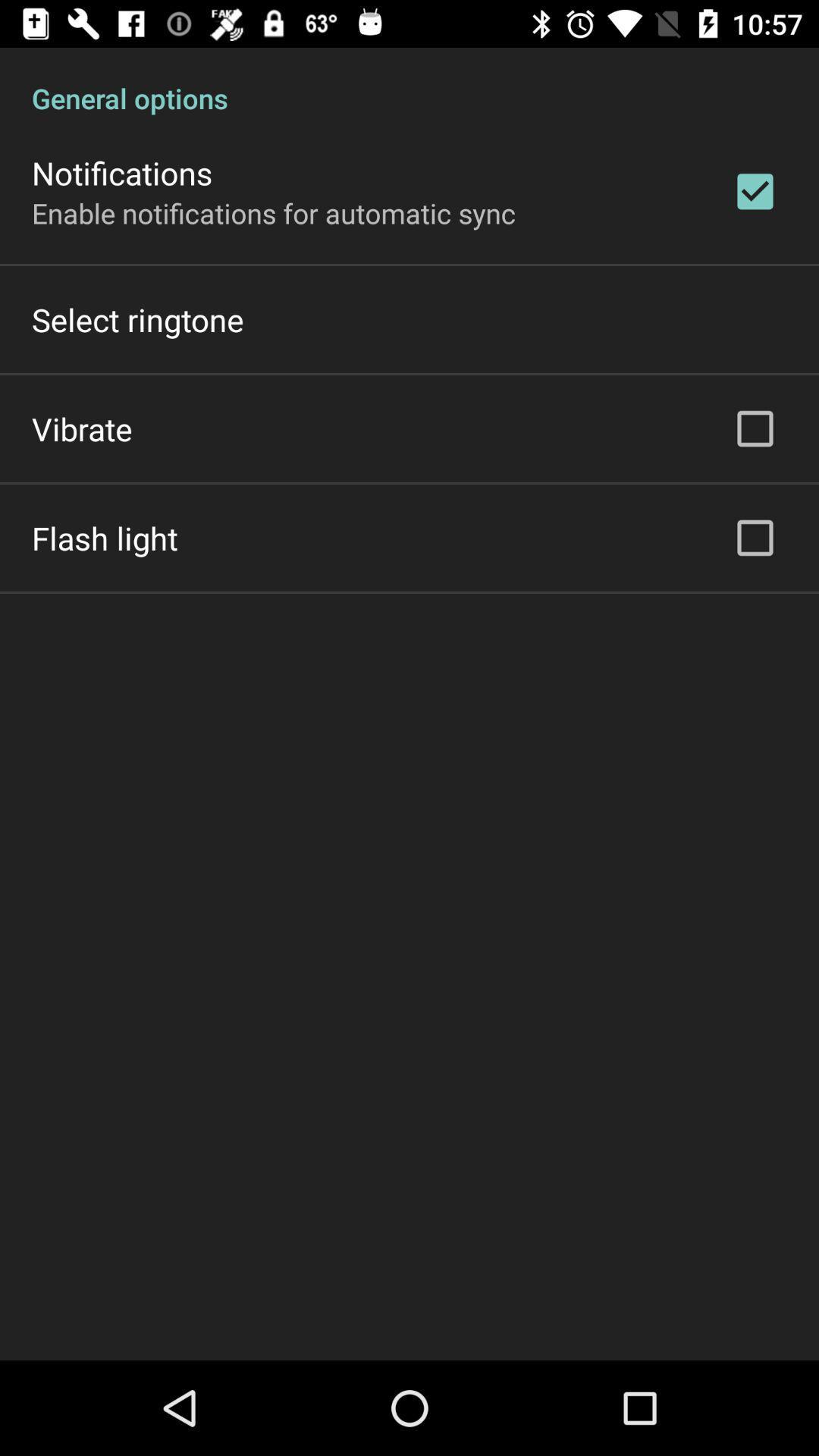 Image resolution: width=819 pixels, height=1456 pixels. What do you see at coordinates (104, 538) in the screenshot?
I see `the flash light on the left` at bounding box center [104, 538].